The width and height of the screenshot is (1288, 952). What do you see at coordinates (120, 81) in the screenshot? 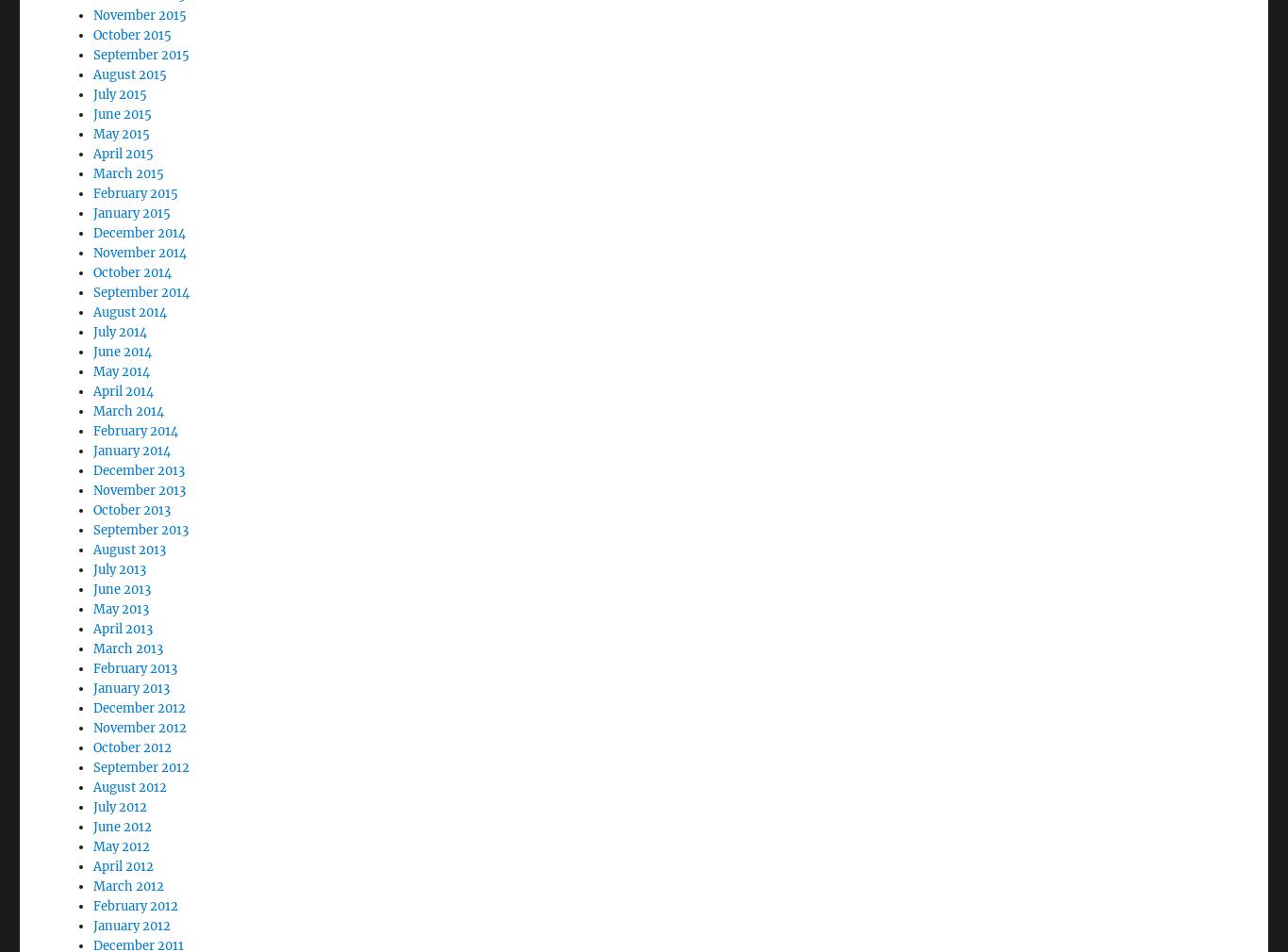
I see `'May 2015'` at bounding box center [120, 81].